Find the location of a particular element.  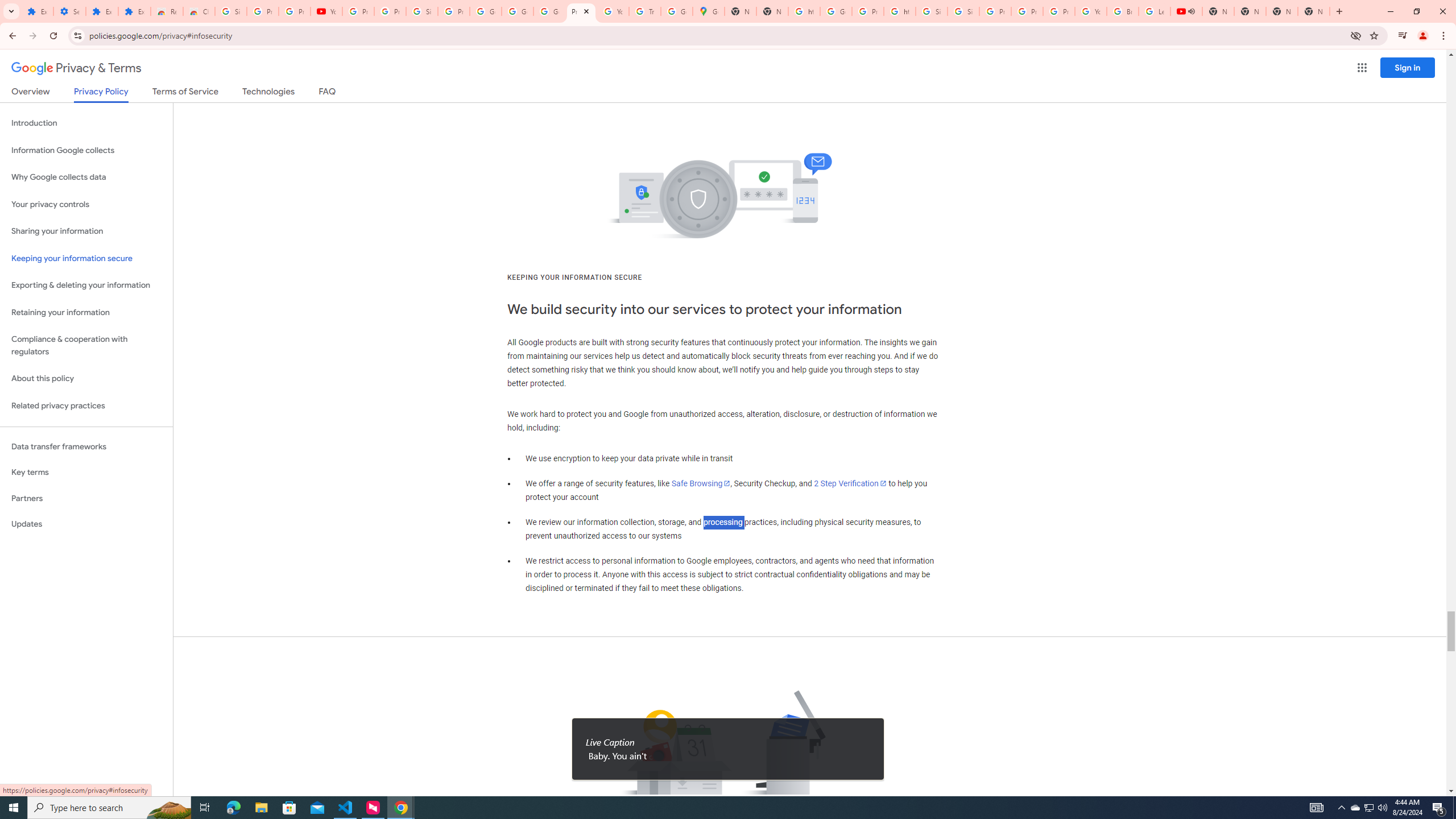

'Your privacy controls' is located at coordinates (86, 205).